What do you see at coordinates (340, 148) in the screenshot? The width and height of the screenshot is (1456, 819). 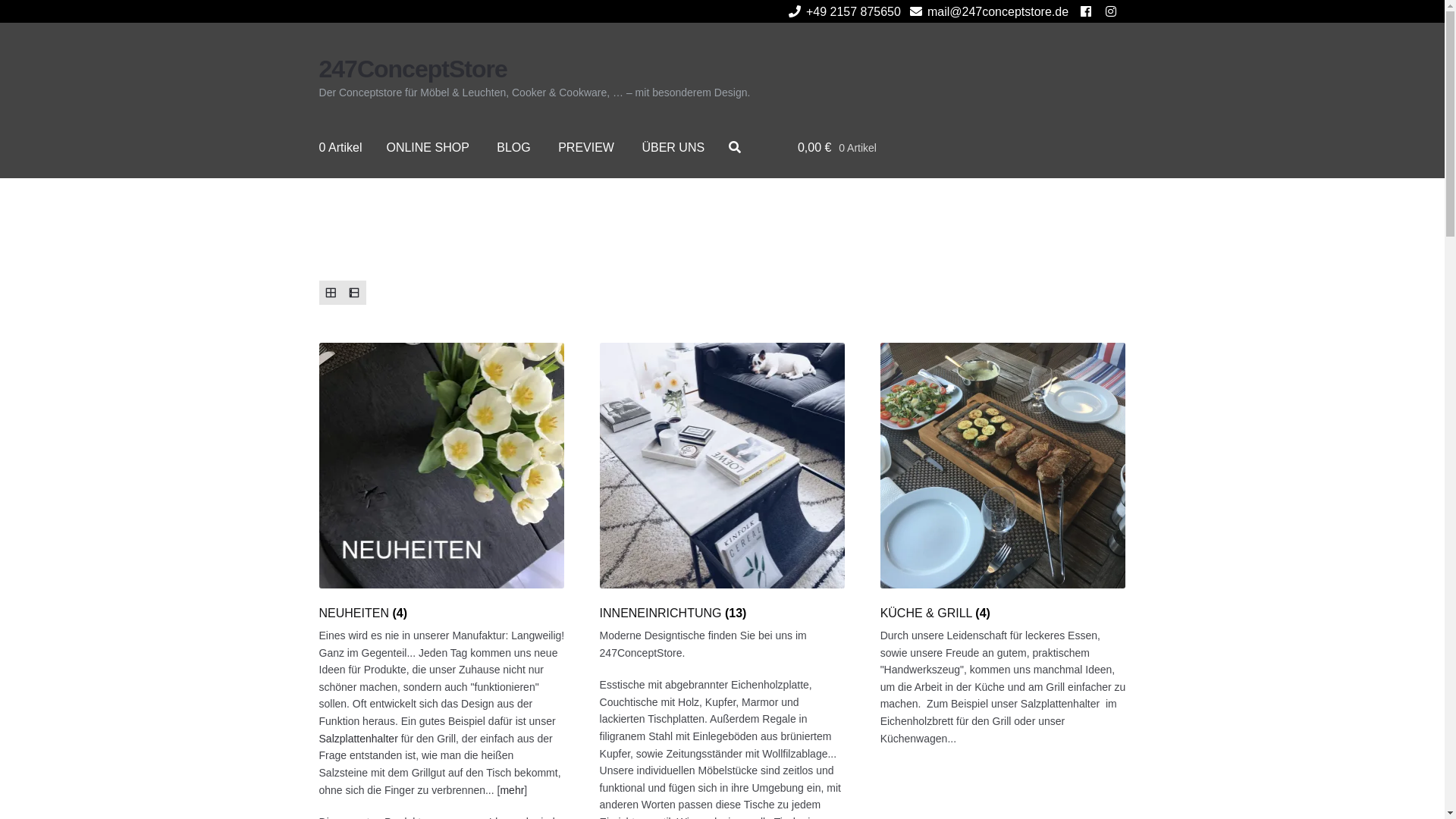 I see `'0 Artikel'` at bounding box center [340, 148].